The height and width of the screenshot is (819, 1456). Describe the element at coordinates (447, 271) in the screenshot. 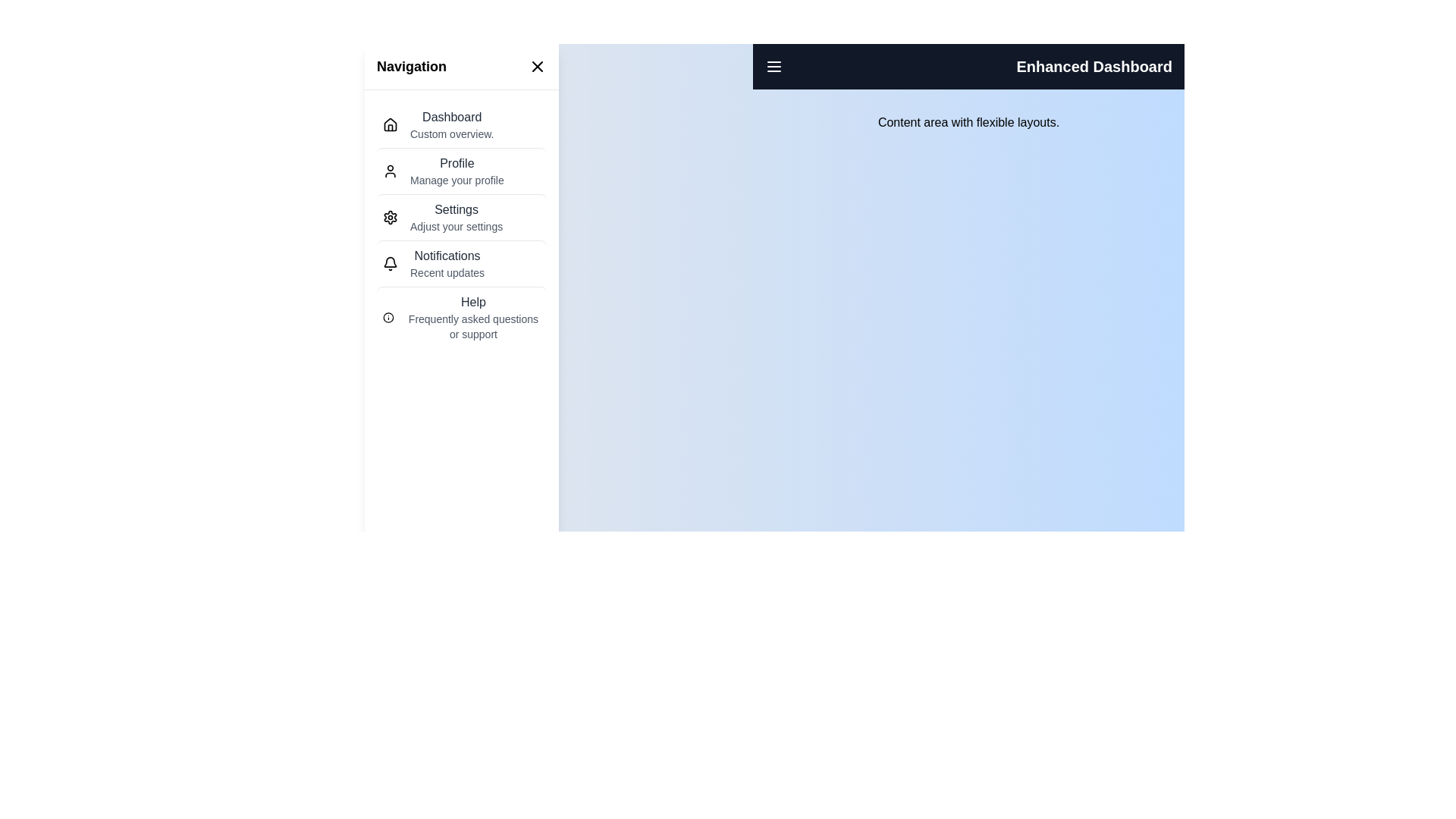

I see `the Text label located beneath the 'Notifications' heading in the side navigation panel, which provides additional context for that section` at that location.